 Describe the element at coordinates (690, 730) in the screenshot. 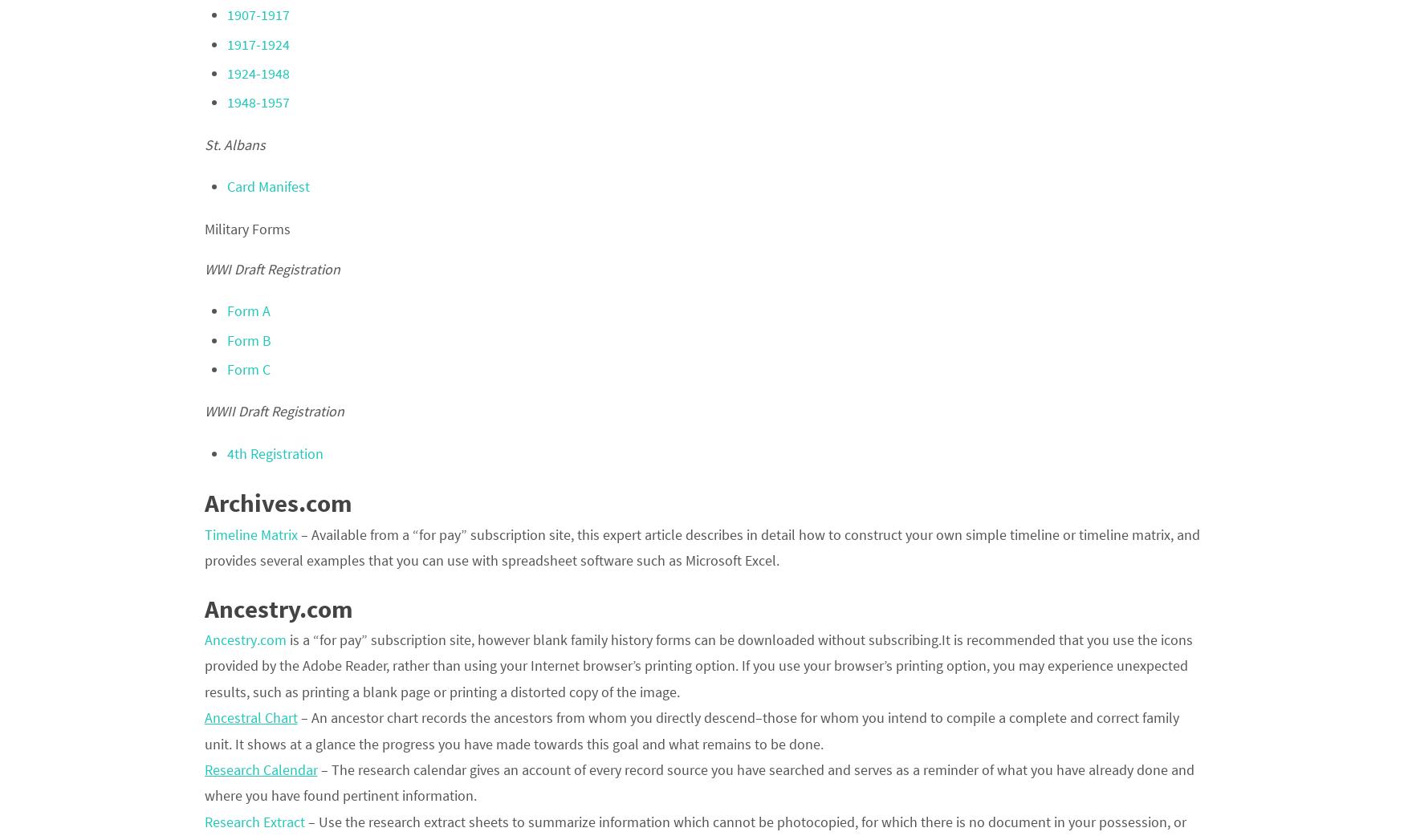

I see `'– An ancestor chart records the ancestors from whom you directly descend–those for whom you intend to compile a complete and correct family unit. It shows at a glance the progress you have made towards this goal and what remains to be done.'` at that location.